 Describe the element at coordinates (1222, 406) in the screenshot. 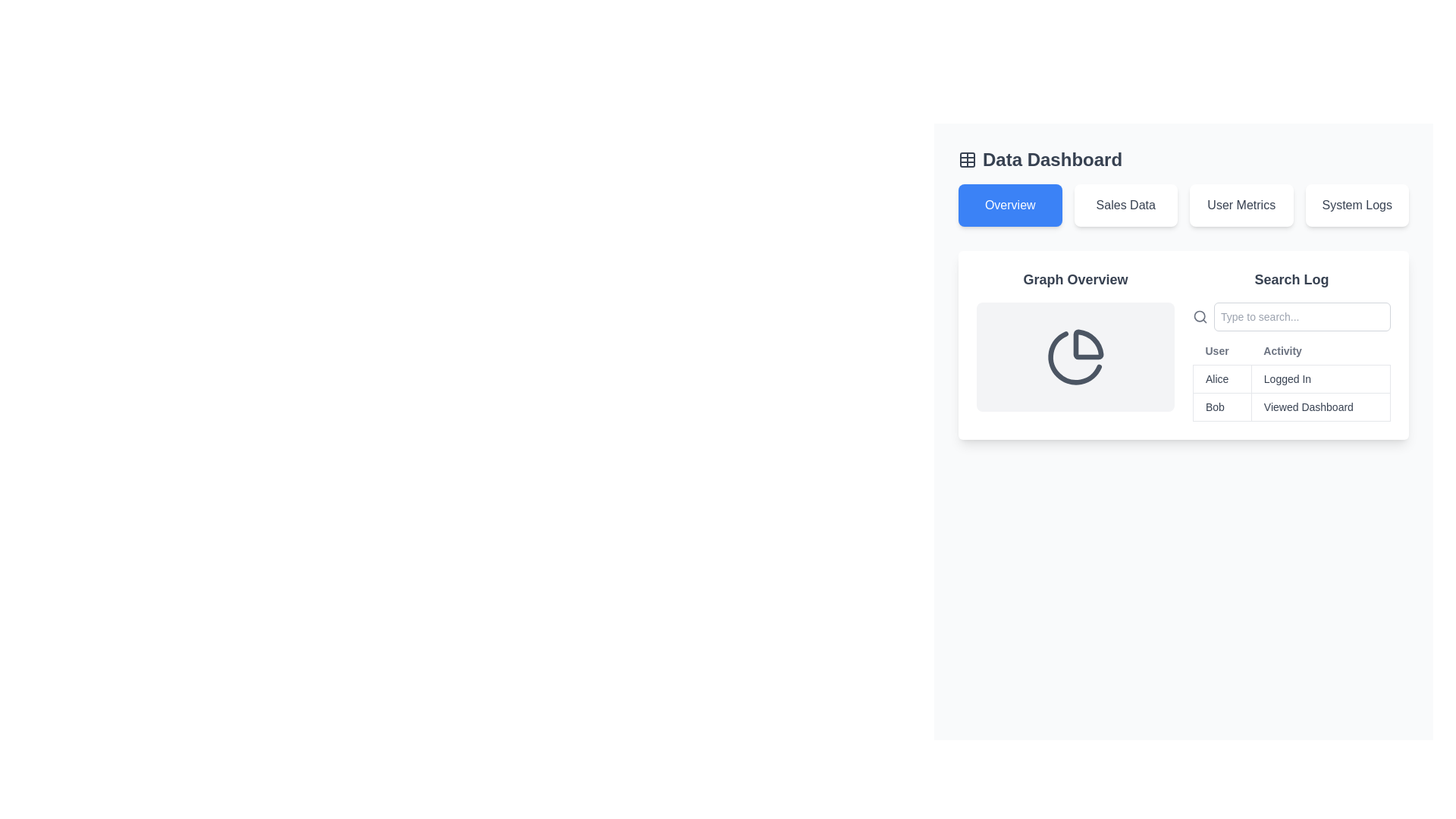

I see `the static text element displaying 'Bob' in the 'Search Log' section, located in the 'User' column of the first row` at that location.